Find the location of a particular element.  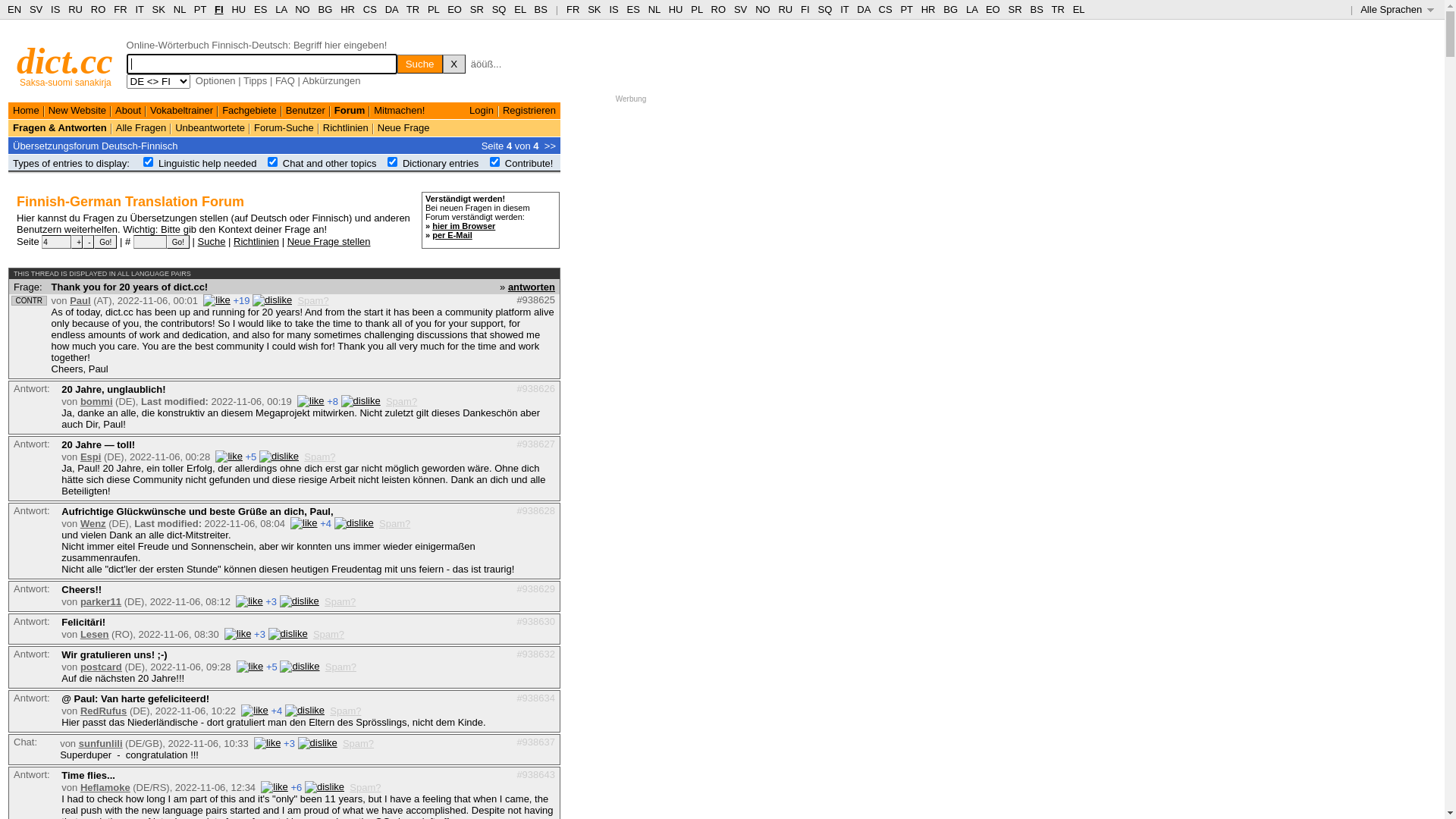

'Chat and other topics' is located at coordinates (329, 163).